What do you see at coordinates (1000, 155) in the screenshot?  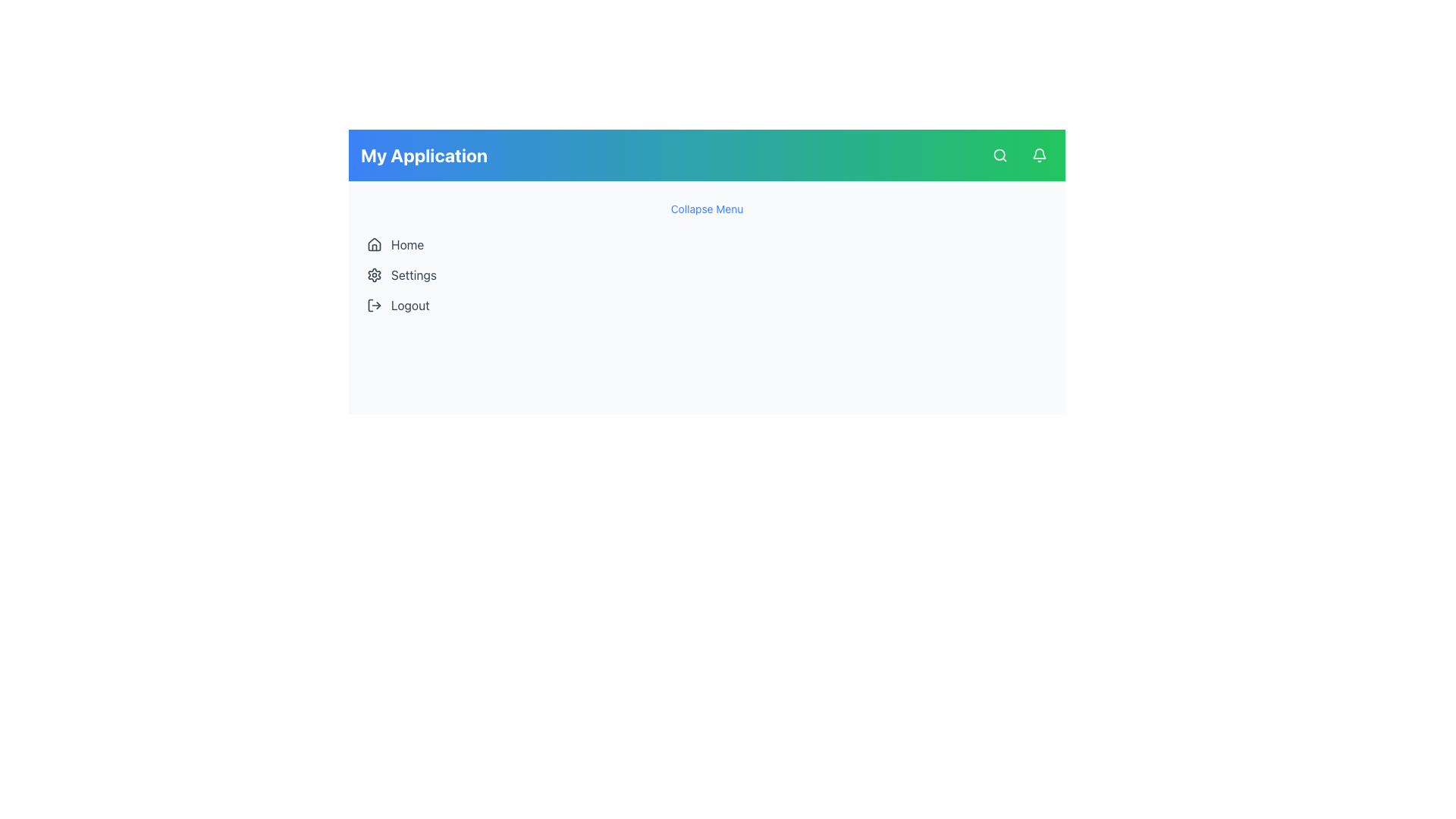 I see `the first interactive circular search button located in the top-right section of the header` at bounding box center [1000, 155].